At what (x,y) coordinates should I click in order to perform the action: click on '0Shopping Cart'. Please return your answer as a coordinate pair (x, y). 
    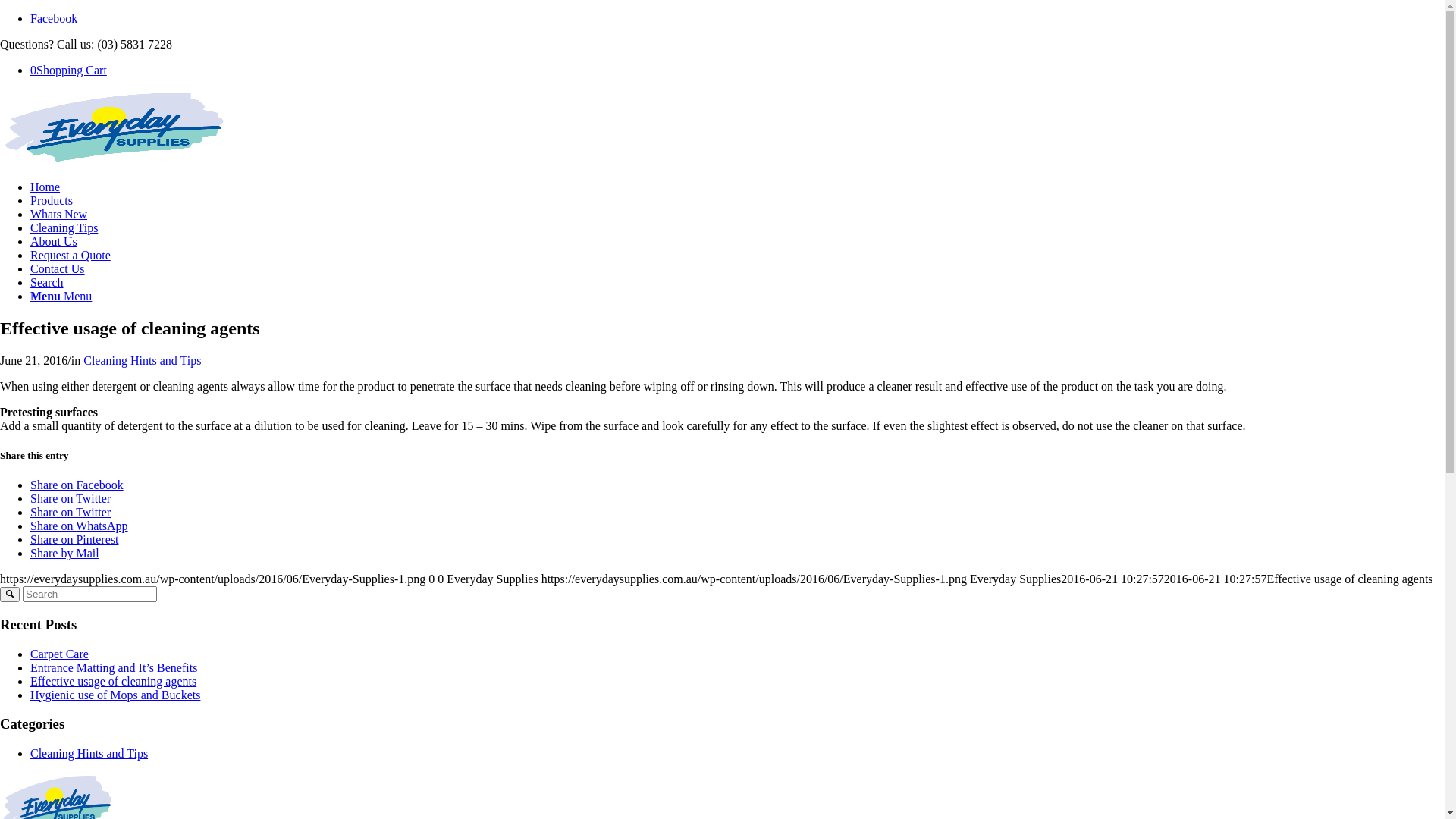
    Looking at the image, I should click on (67, 70).